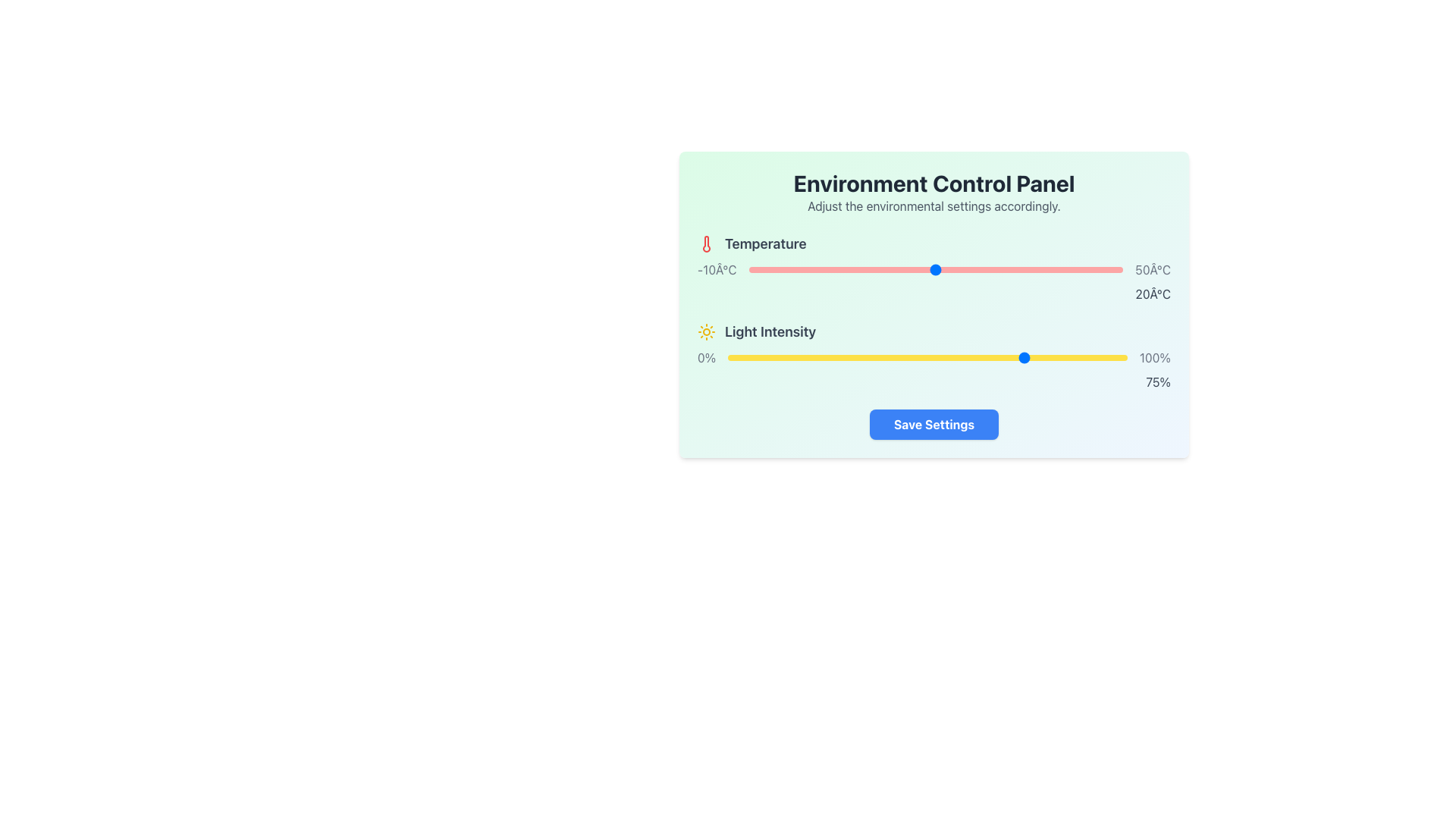 The height and width of the screenshot is (819, 1456). I want to click on the temperature slider, so click(1029, 268).